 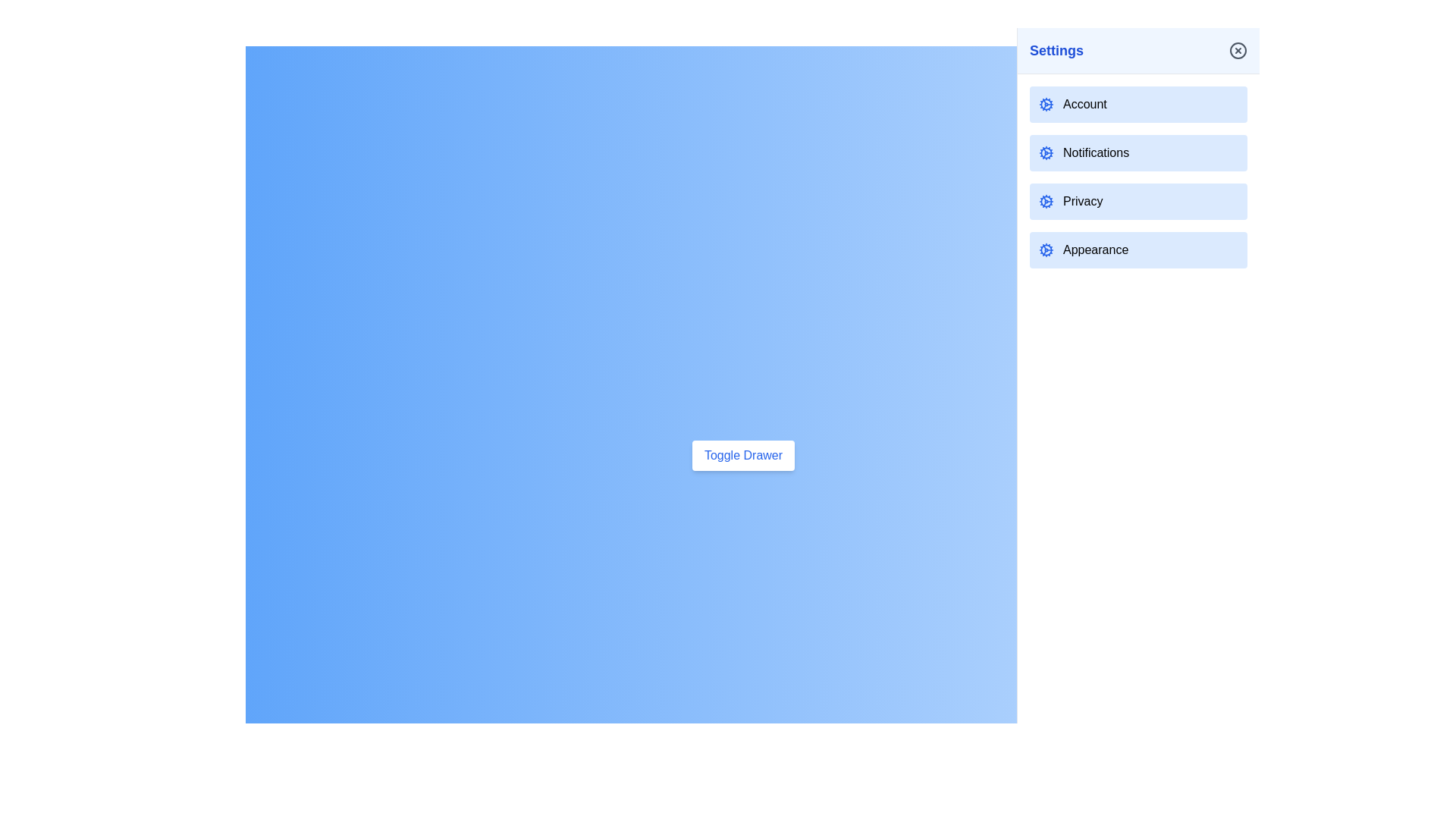 What do you see at coordinates (1238, 49) in the screenshot?
I see `the 'X' button in the drawer header to close the drawer` at bounding box center [1238, 49].